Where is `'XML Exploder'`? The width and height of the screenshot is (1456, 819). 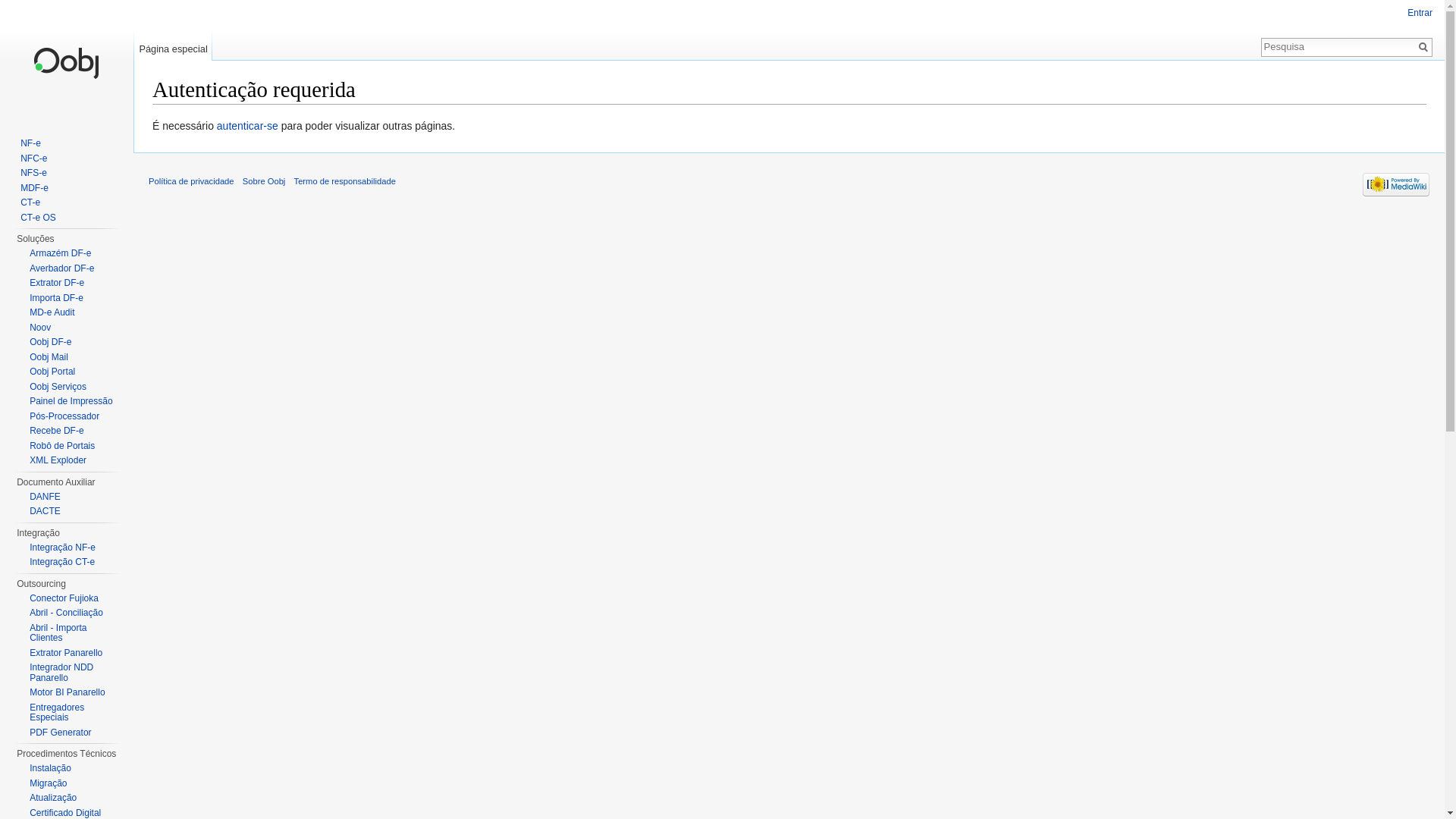
'XML Exploder' is located at coordinates (58, 459).